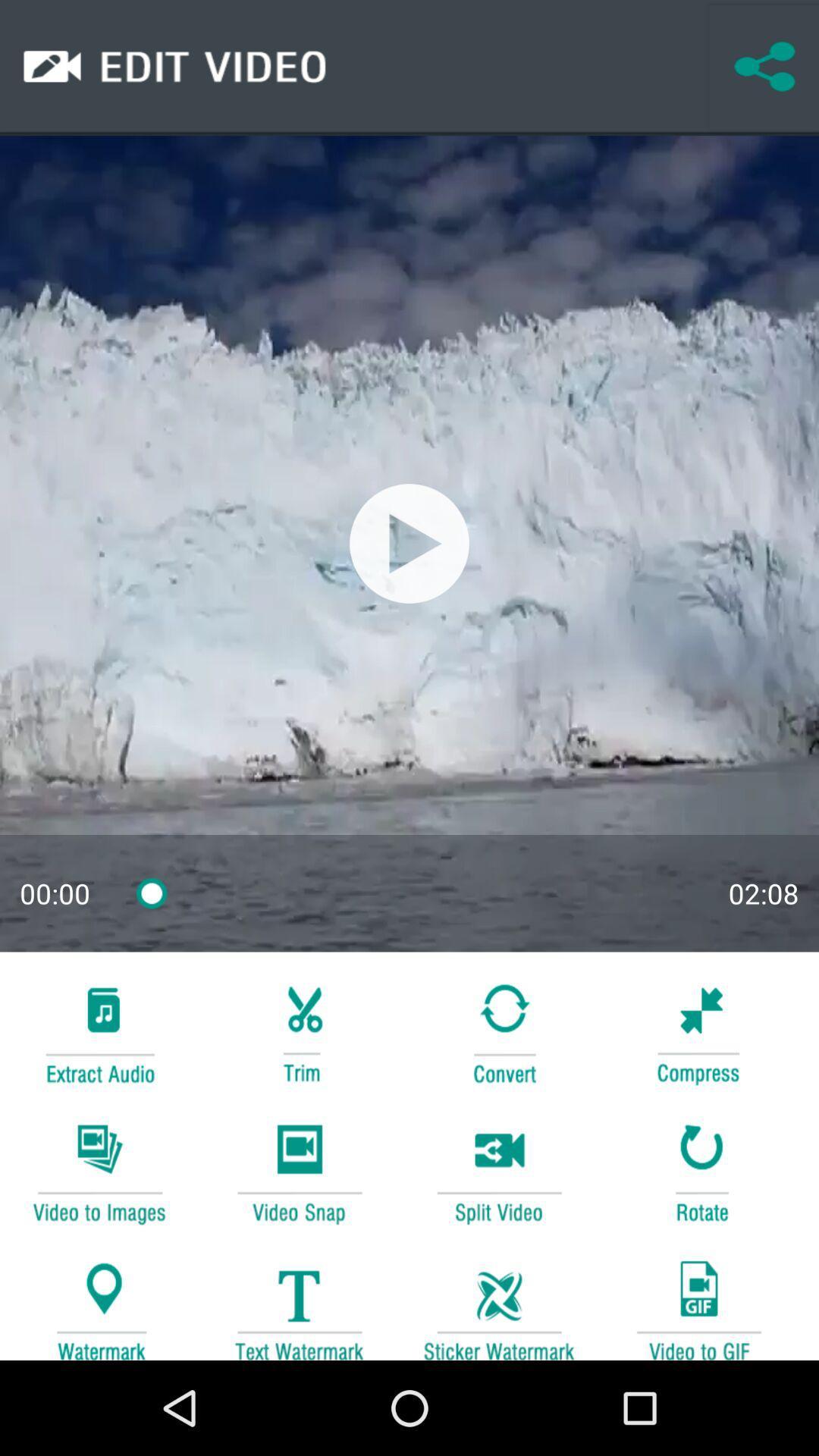  Describe the element at coordinates (764, 67) in the screenshot. I see `share the video` at that location.